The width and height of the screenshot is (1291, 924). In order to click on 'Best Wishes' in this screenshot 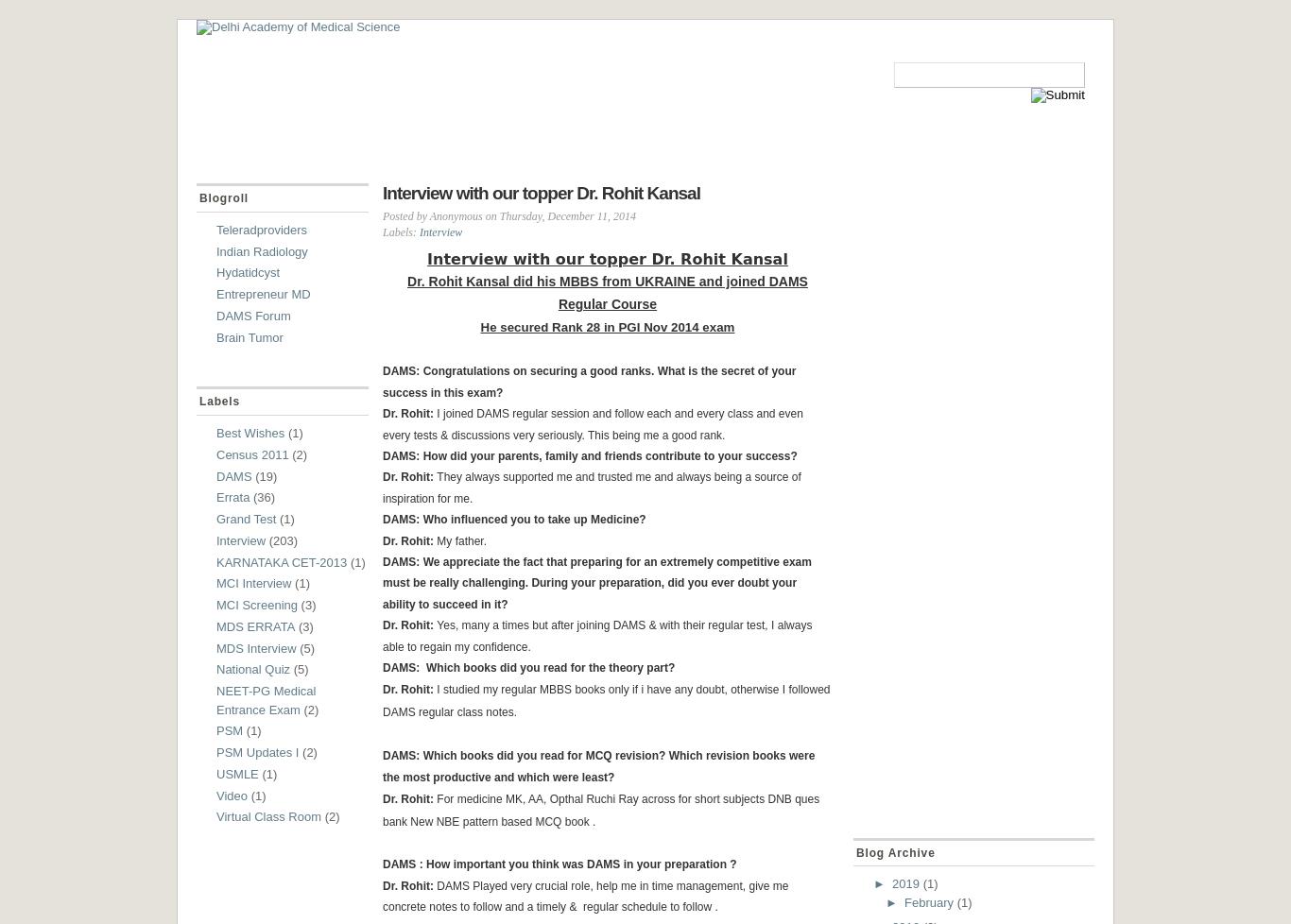, I will do `click(215, 432)`.